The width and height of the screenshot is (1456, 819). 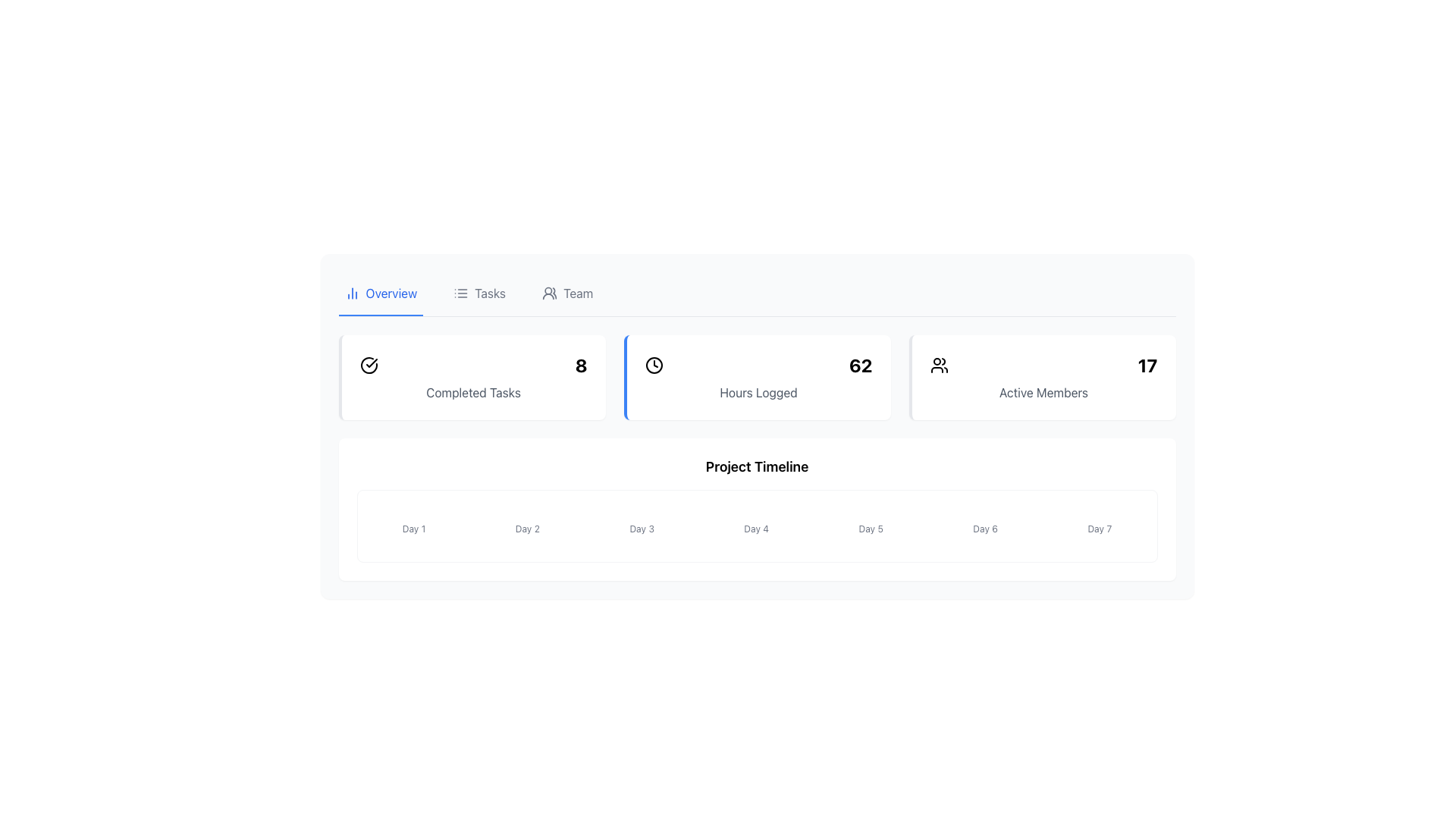 I want to click on the green checkmark icon that indicates 'Completed Tasks' located to the left of the number '8', so click(x=369, y=366).